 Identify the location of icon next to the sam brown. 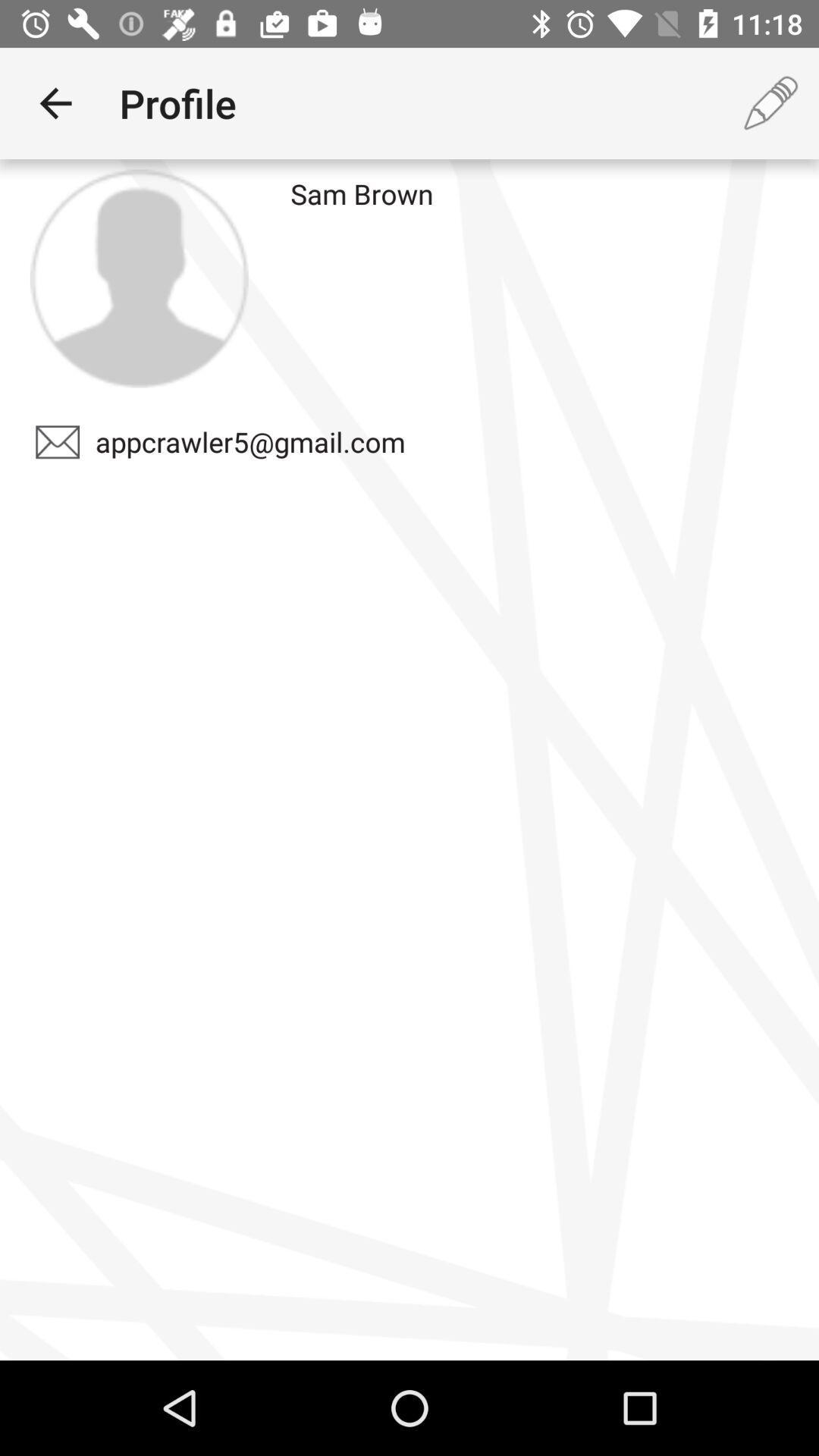
(771, 102).